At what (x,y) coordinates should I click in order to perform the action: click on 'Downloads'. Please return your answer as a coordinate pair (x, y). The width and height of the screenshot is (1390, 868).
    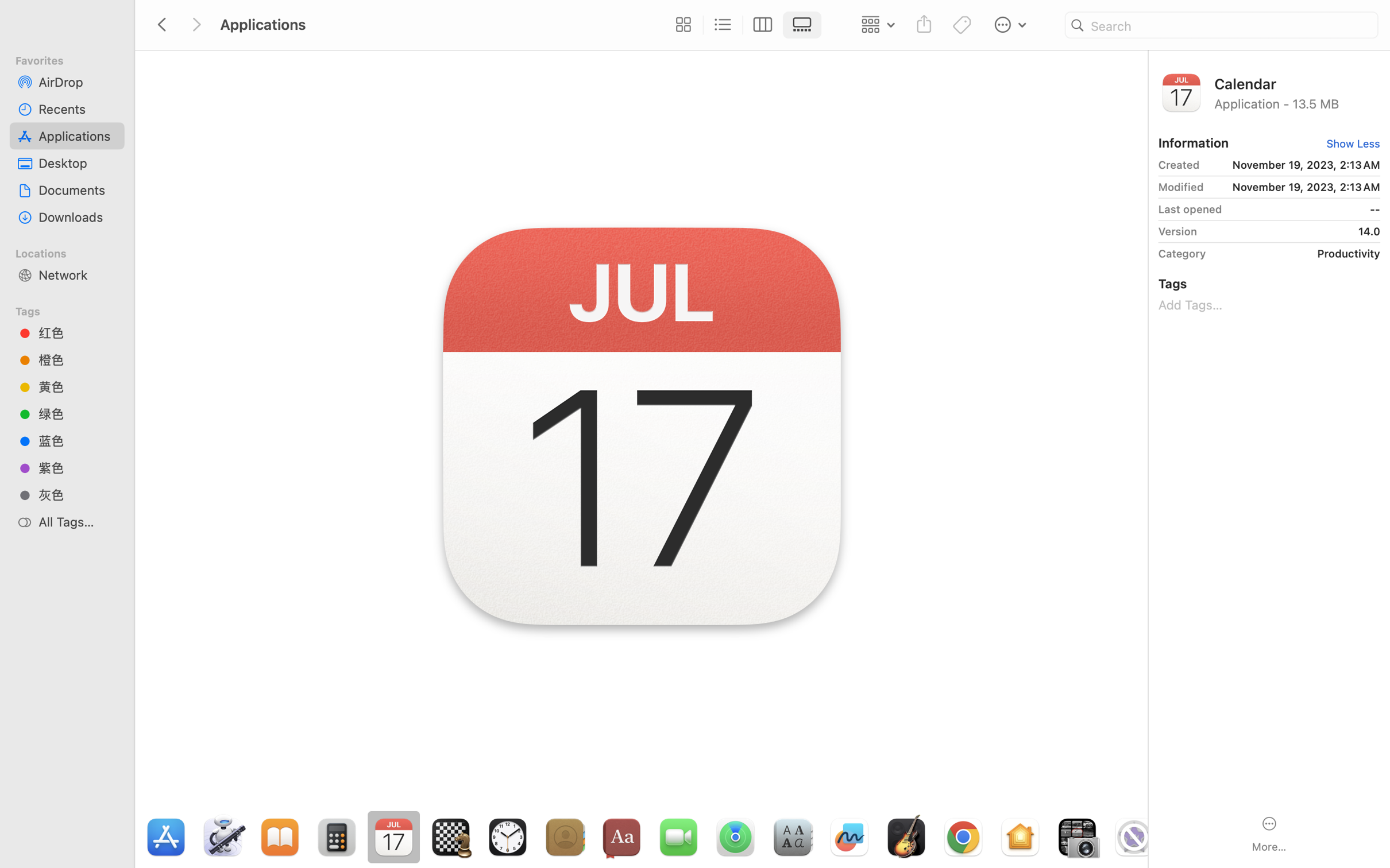
    Looking at the image, I should click on (77, 217).